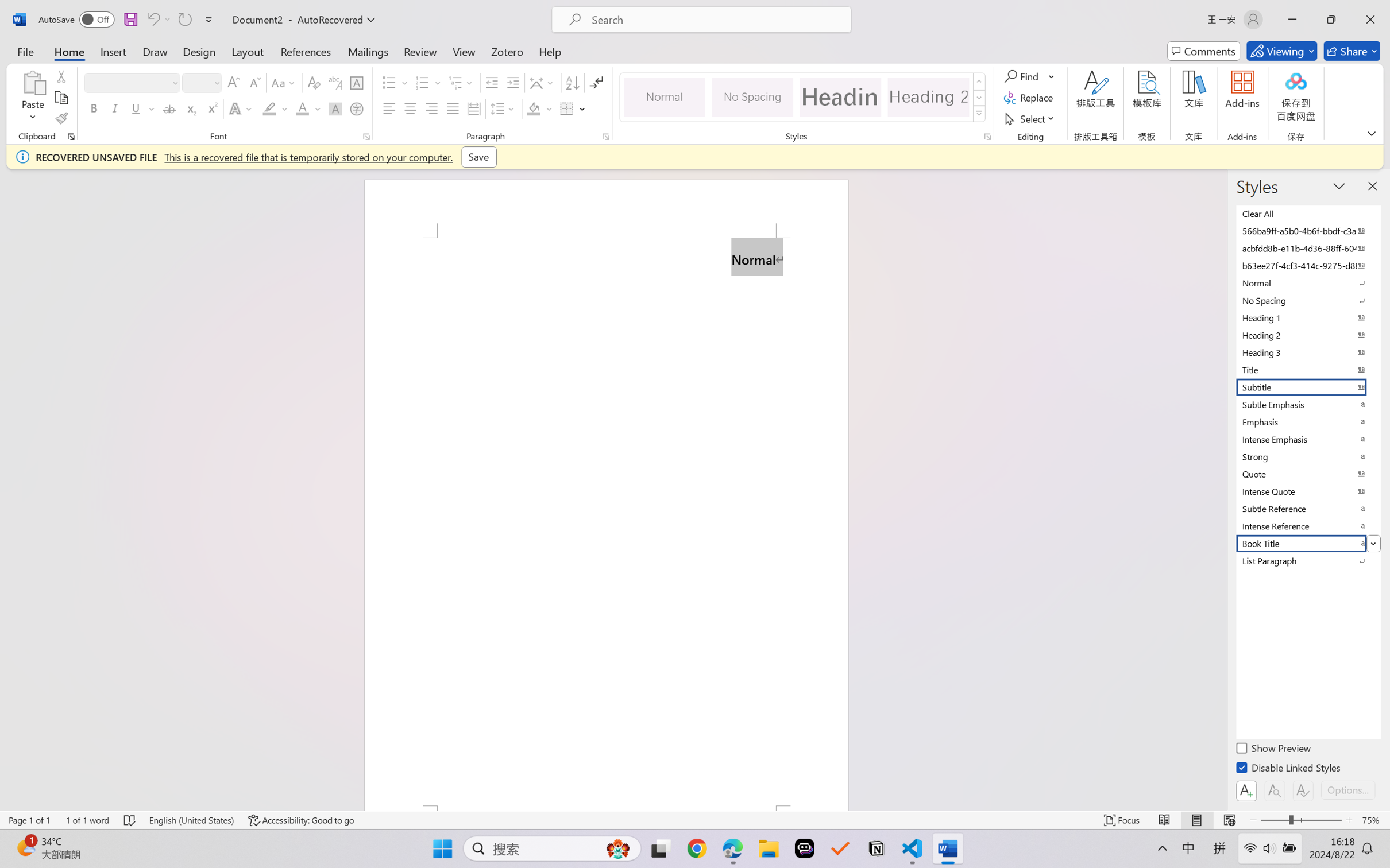 The height and width of the screenshot is (868, 1390). I want to click on 'Strikethrough', so click(169, 108).